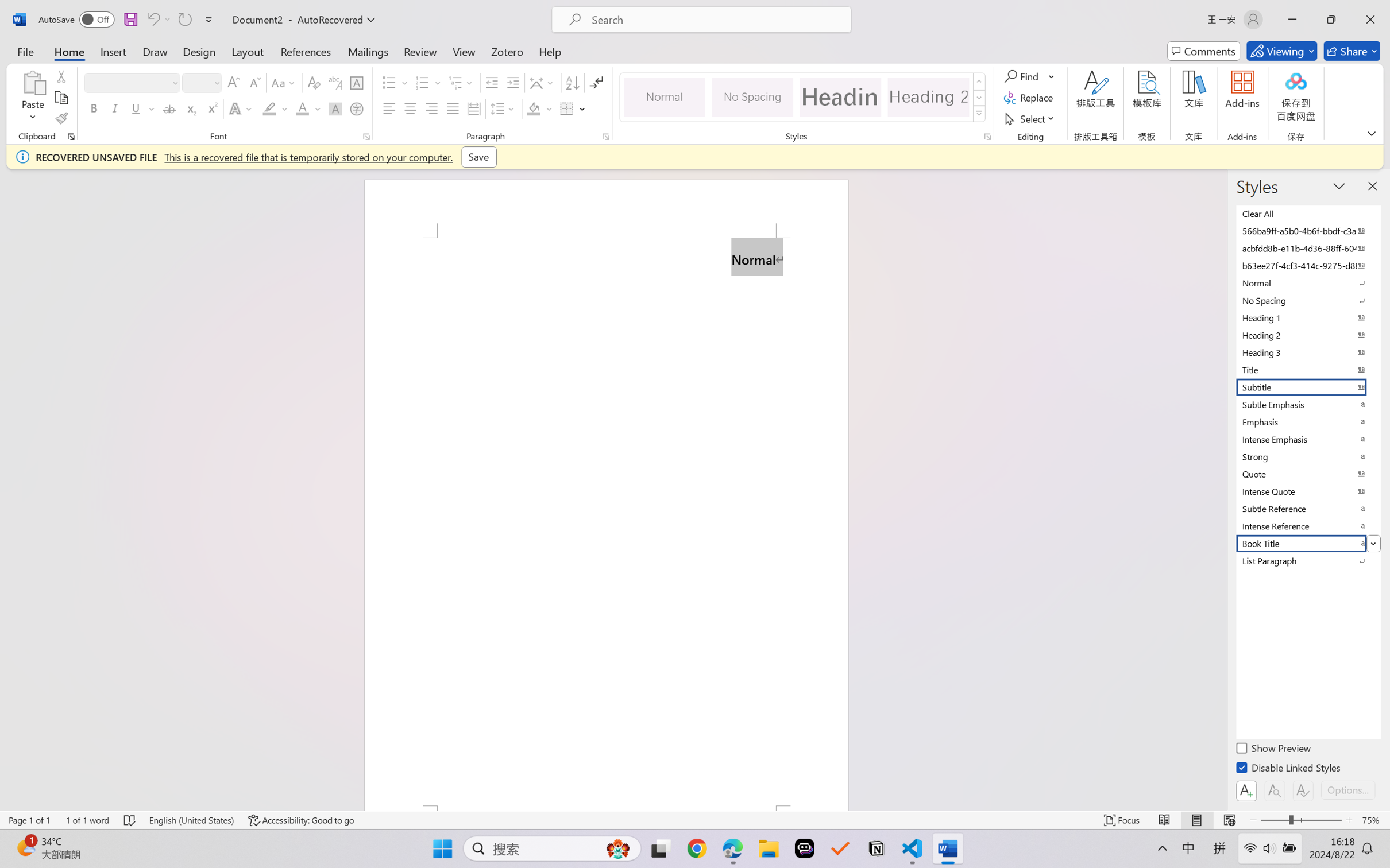 The height and width of the screenshot is (868, 1390). I want to click on 'Strikethrough', so click(169, 108).